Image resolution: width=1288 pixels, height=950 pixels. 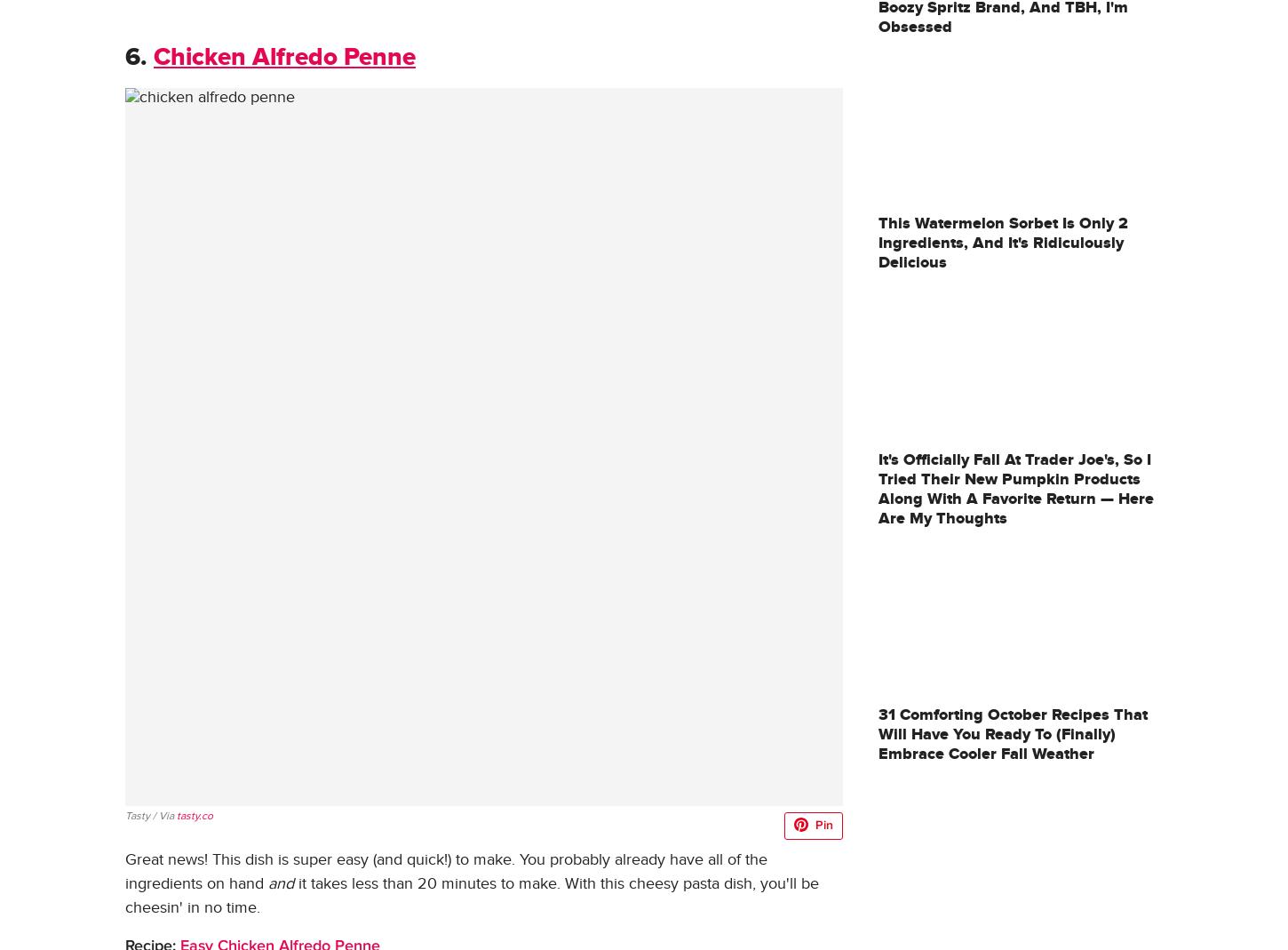 What do you see at coordinates (1002, 242) in the screenshot?
I see `'This Watermelon Sorbet Is Only 2 Ingredients, And It's Ridiculously Delicious'` at bounding box center [1002, 242].